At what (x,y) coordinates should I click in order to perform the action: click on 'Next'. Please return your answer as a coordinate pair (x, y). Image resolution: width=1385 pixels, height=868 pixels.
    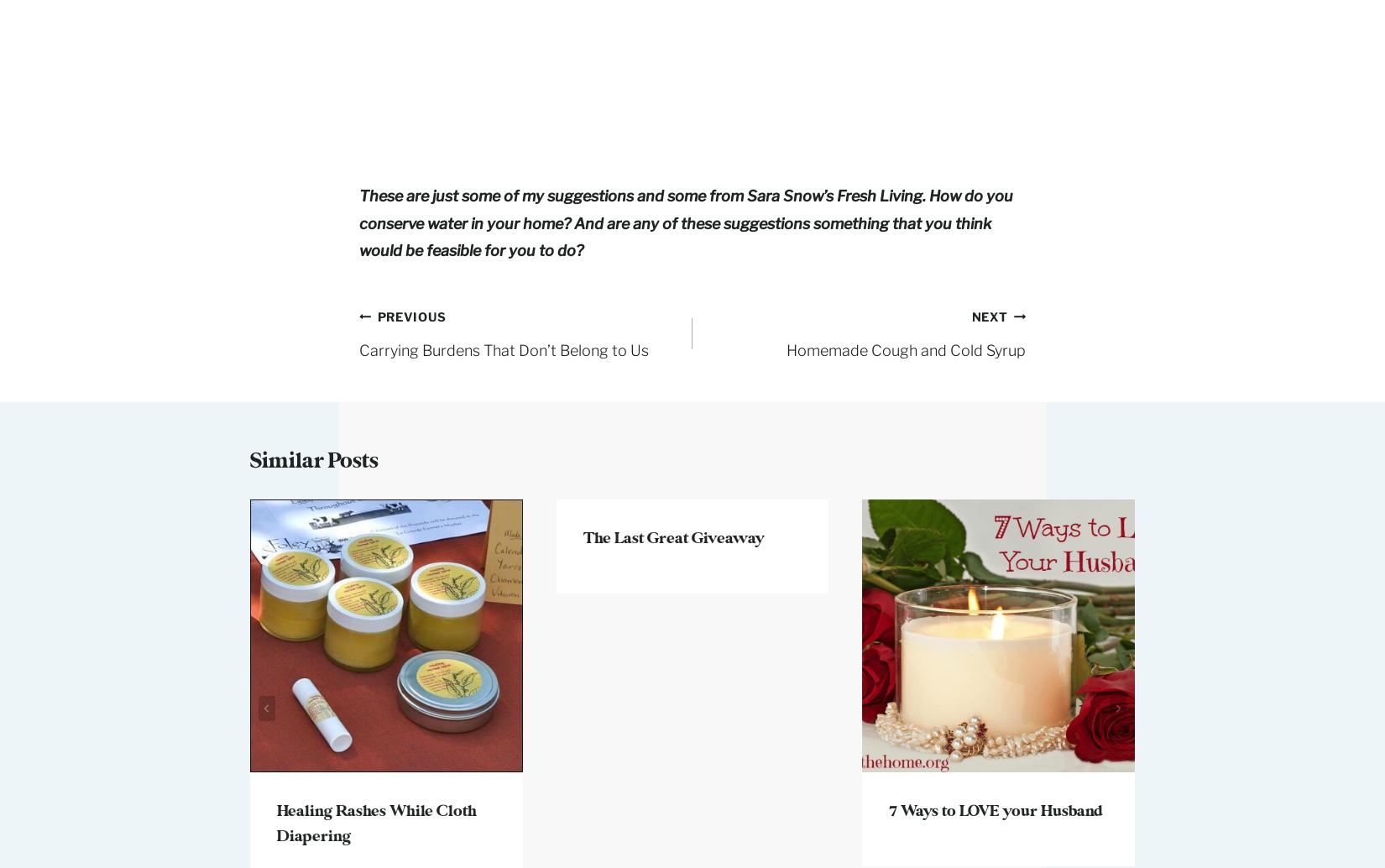
    Looking at the image, I should click on (970, 315).